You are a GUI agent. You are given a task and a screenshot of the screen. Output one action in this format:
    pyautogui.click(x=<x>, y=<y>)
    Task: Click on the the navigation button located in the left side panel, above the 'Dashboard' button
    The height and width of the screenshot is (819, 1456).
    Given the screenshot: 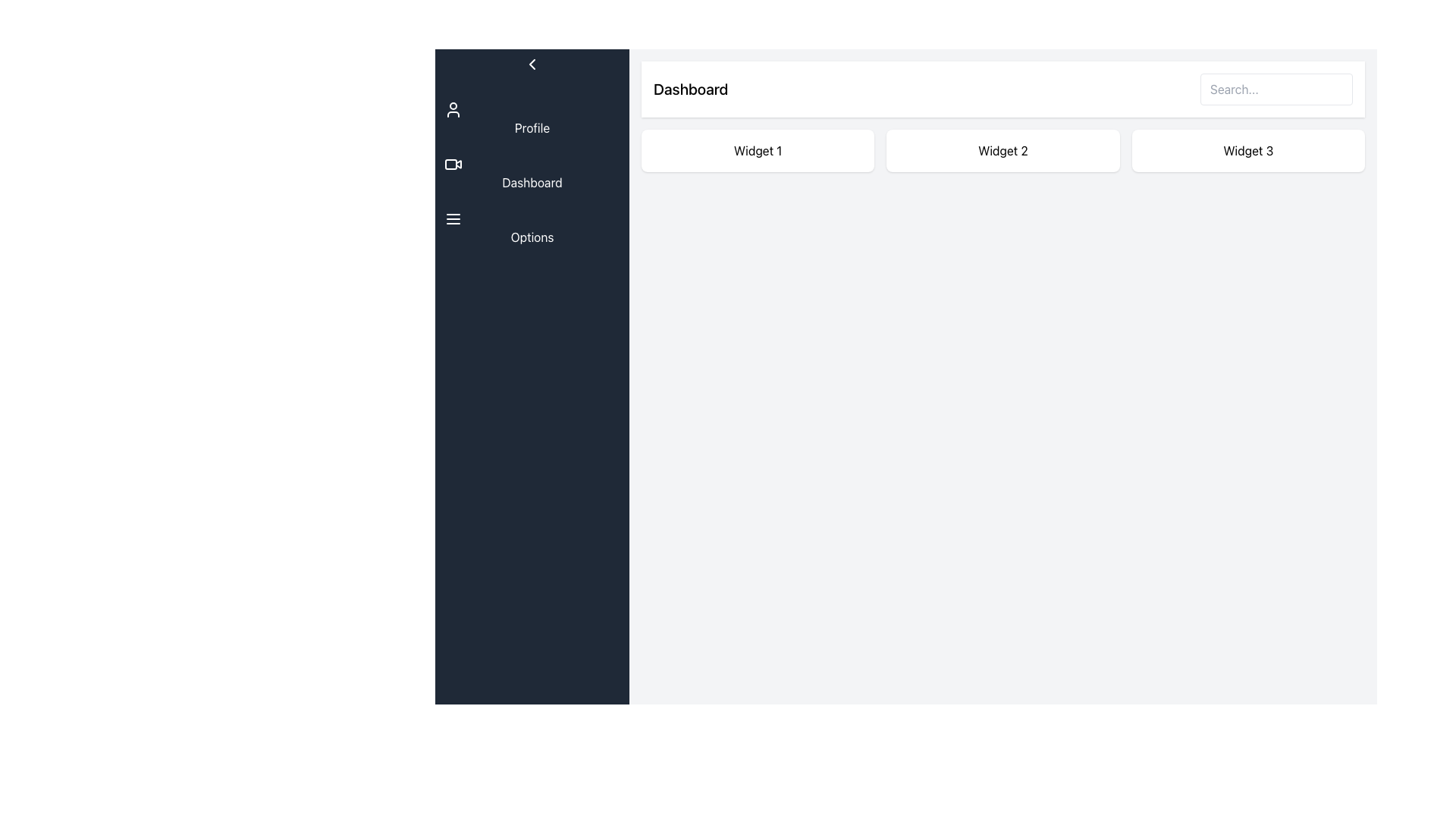 What is the action you would take?
    pyautogui.click(x=532, y=118)
    